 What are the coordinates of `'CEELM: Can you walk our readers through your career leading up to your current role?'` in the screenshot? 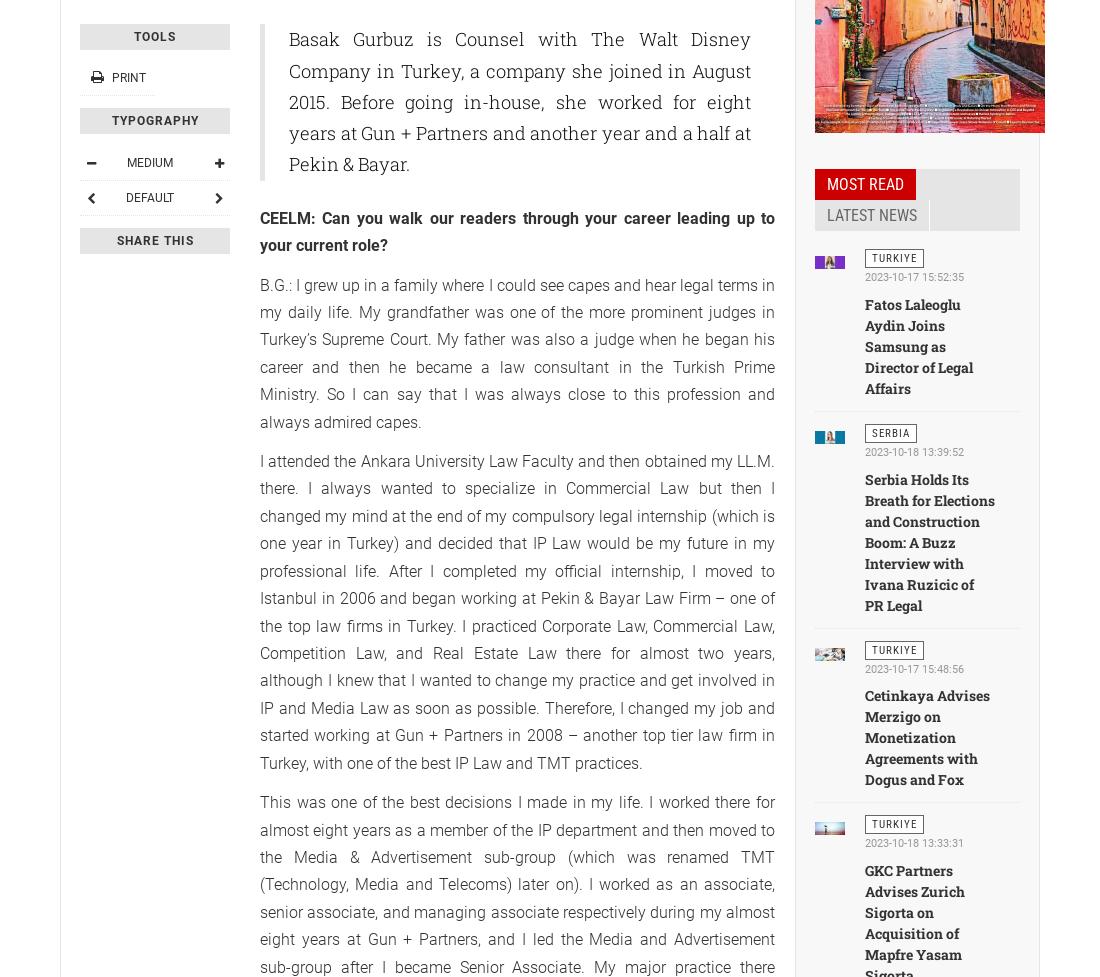 It's located at (517, 230).